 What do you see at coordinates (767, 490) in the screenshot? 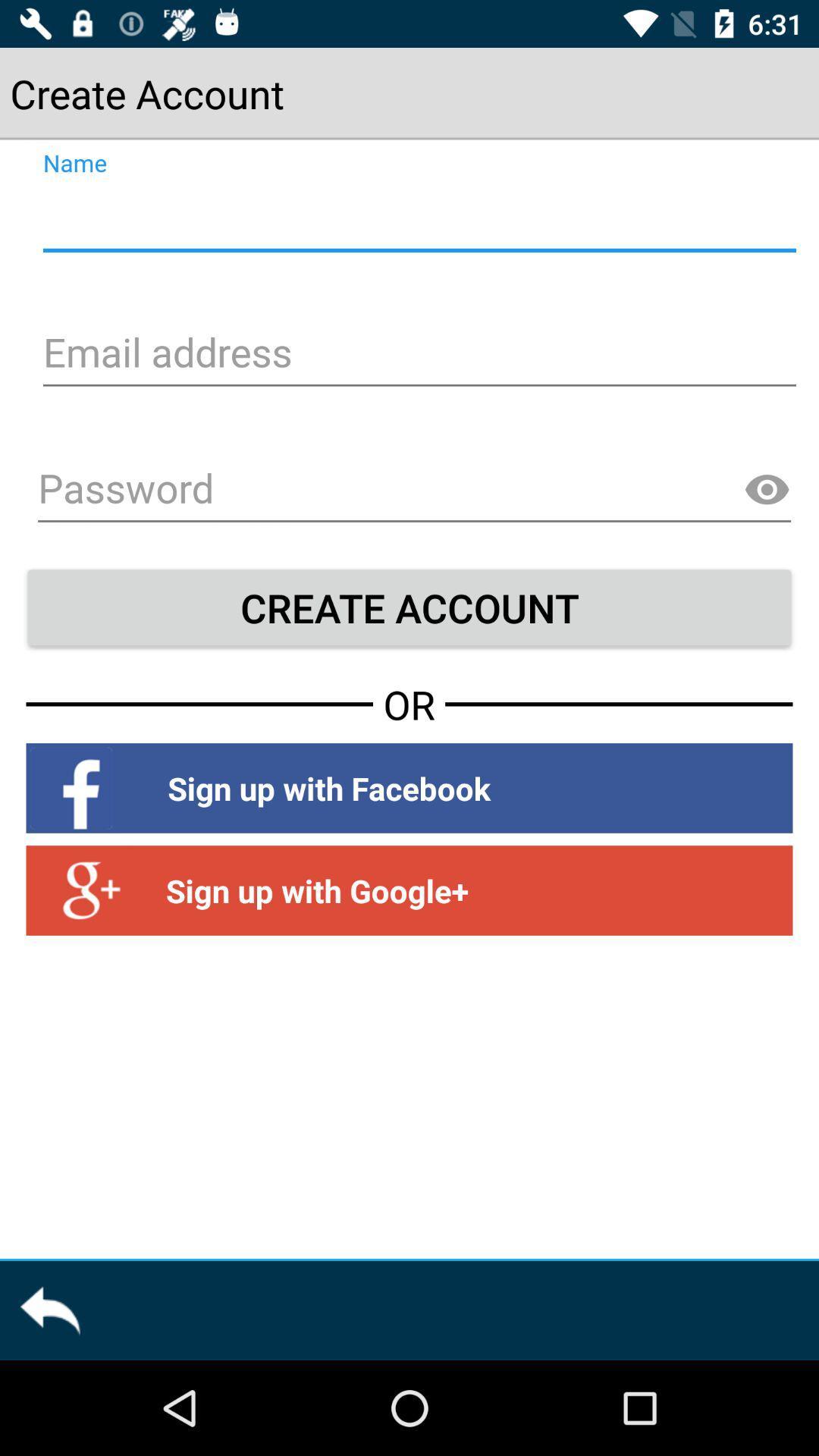
I see `the visibility icon` at bounding box center [767, 490].